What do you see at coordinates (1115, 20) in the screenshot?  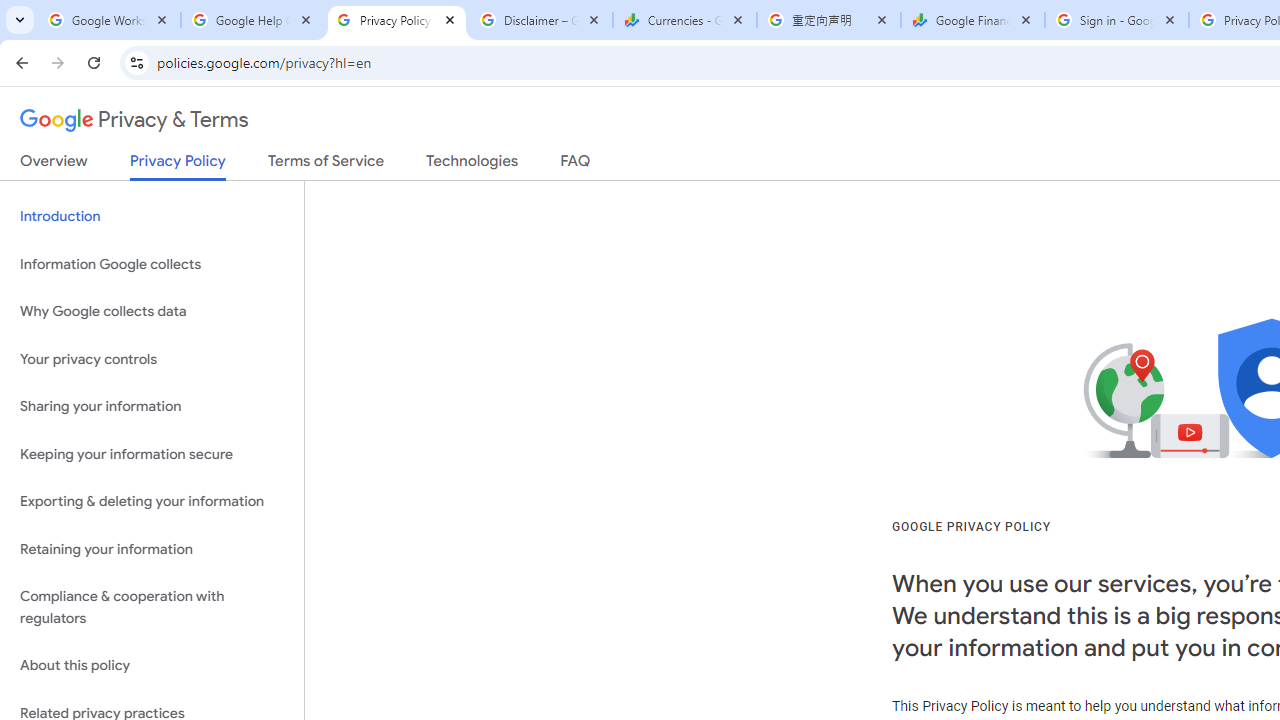 I see `'Sign in - Google Accounts'` at bounding box center [1115, 20].